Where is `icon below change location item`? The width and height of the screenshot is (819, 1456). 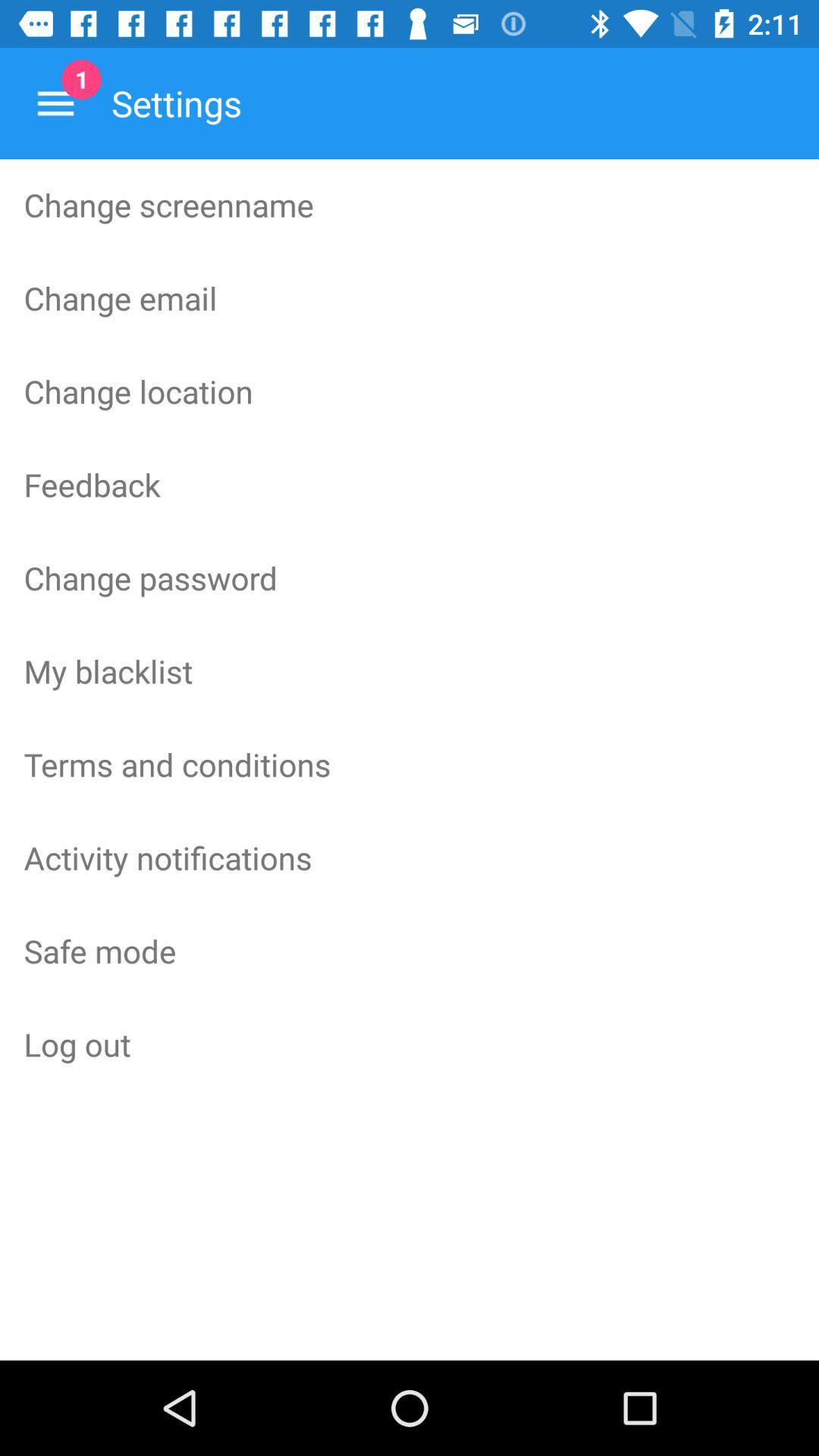 icon below change location item is located at coordinates (409, 483).